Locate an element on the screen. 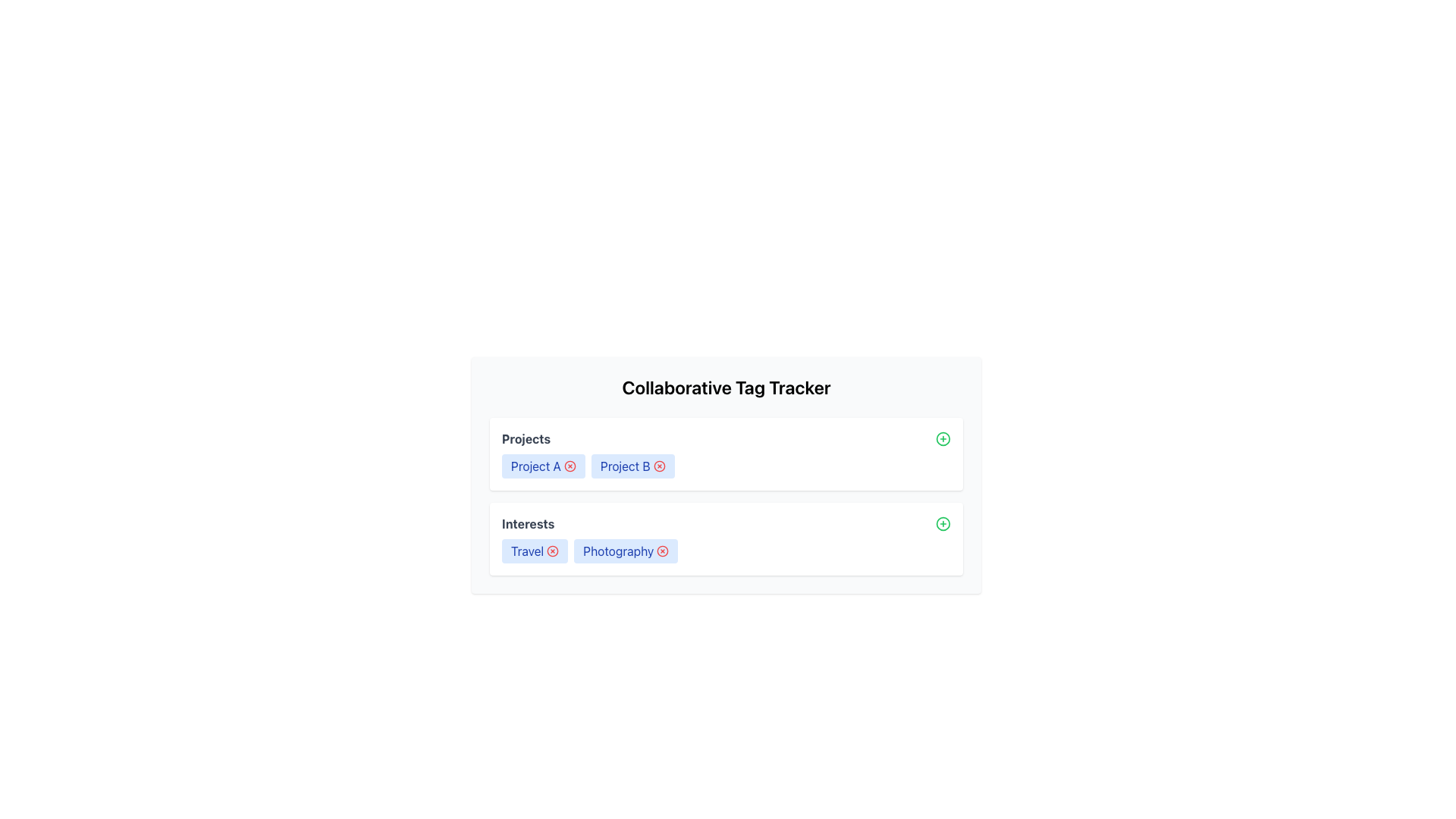 The height and width of the screenshot is (819, 1456). the badge component labeled 'Photography' is located at coordinates (626, 551).